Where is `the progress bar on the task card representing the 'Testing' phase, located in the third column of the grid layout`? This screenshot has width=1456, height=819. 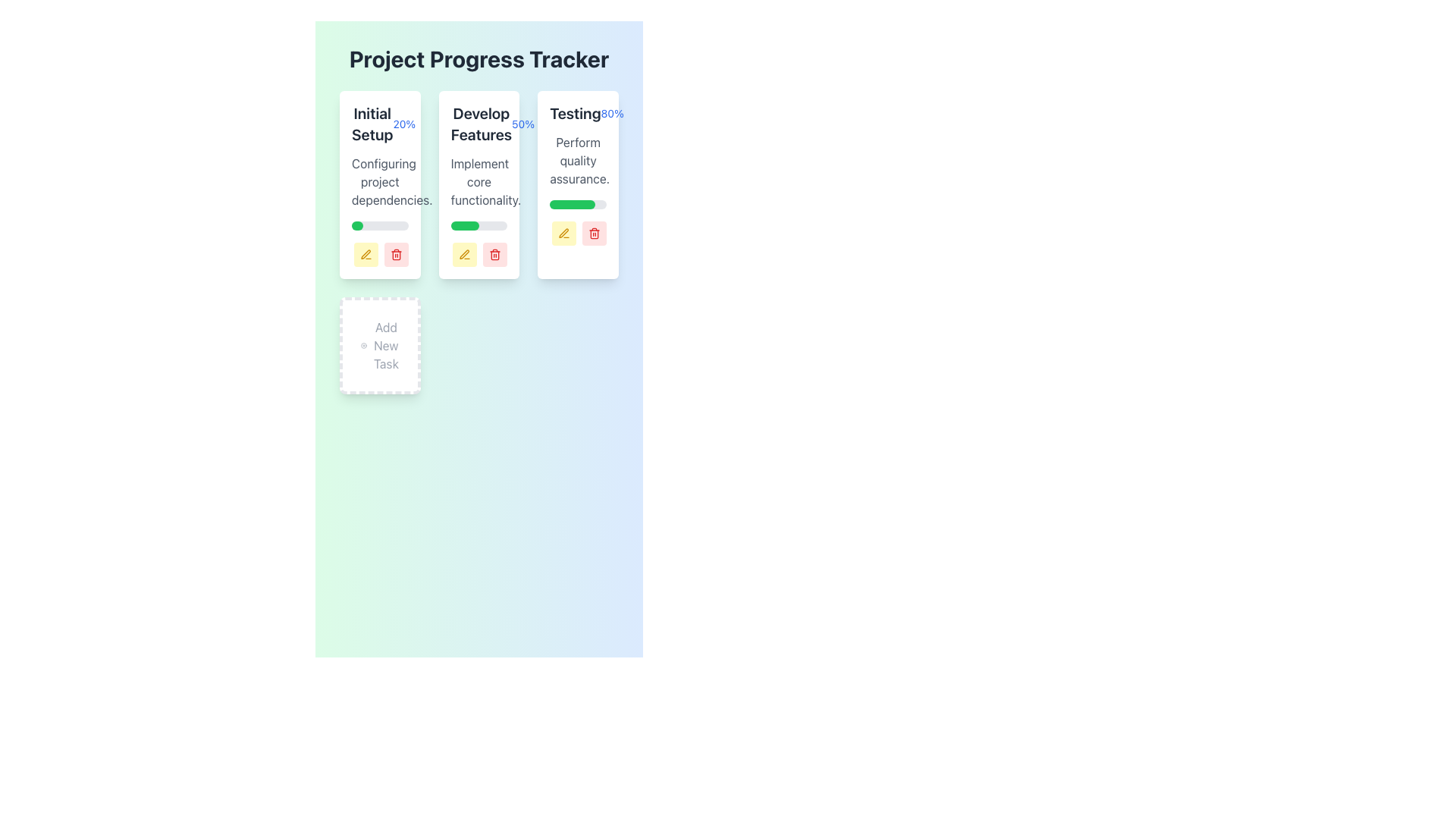 the progress bar on the task card representing the 'Testing' phase, located in the third column of the grid layout is located at coordinates (577, 184).